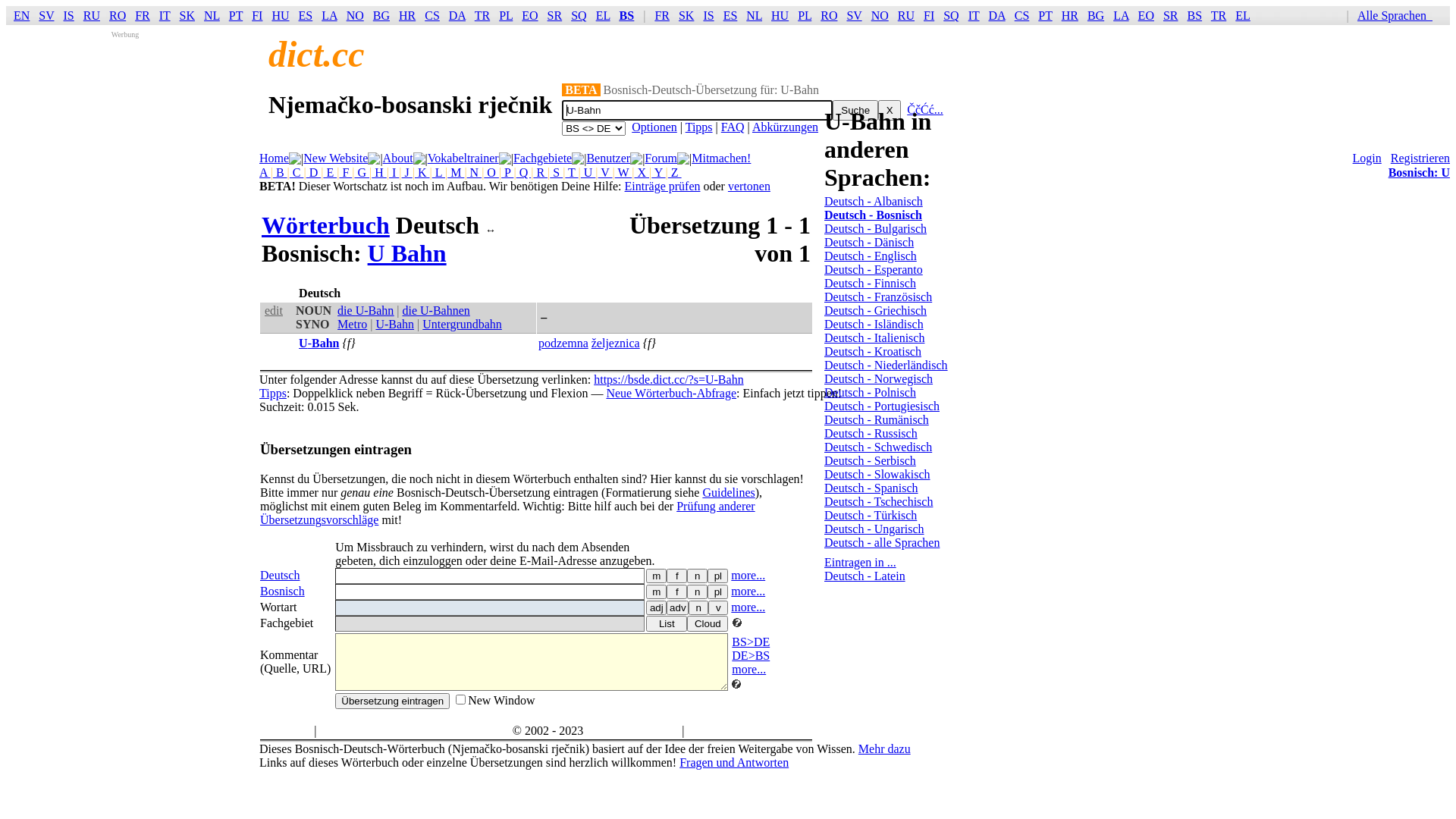  Describe the element at coordinates (482, 15) in the screenshot. I see `'TR'` at that location.